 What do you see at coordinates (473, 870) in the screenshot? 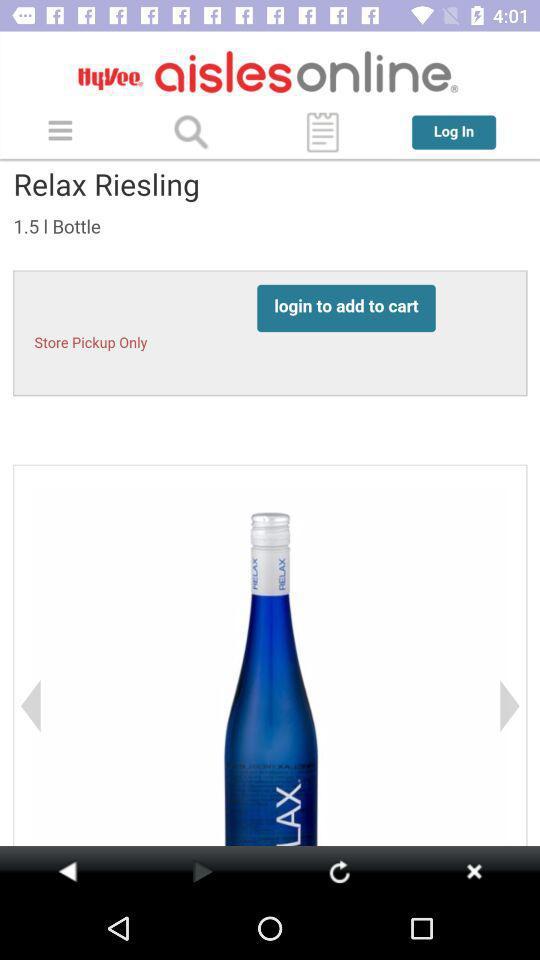
I see `the skip_next icon` at bounding box center [473, 870].